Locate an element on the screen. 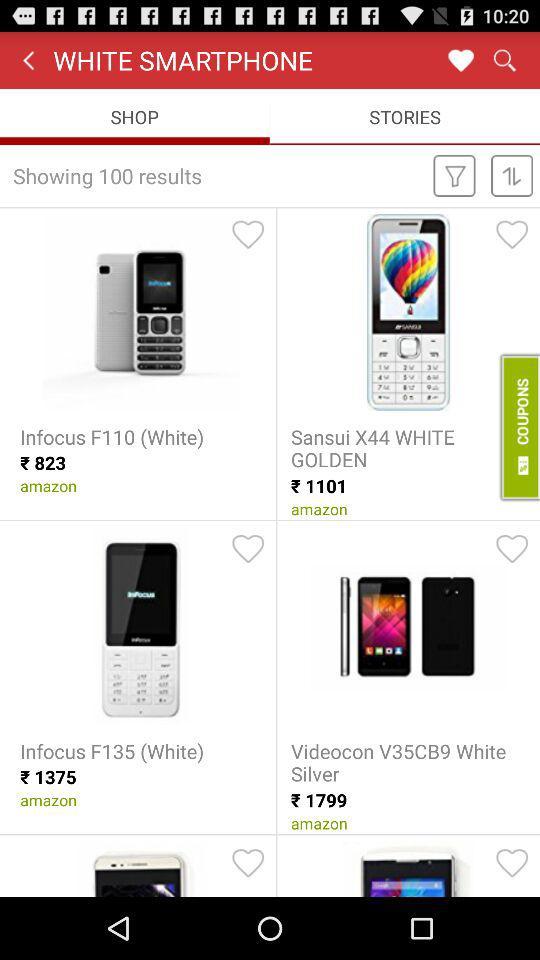 The height and width of the screenshot is (960, 540). the filter icon is located at coordinates (454, 188).